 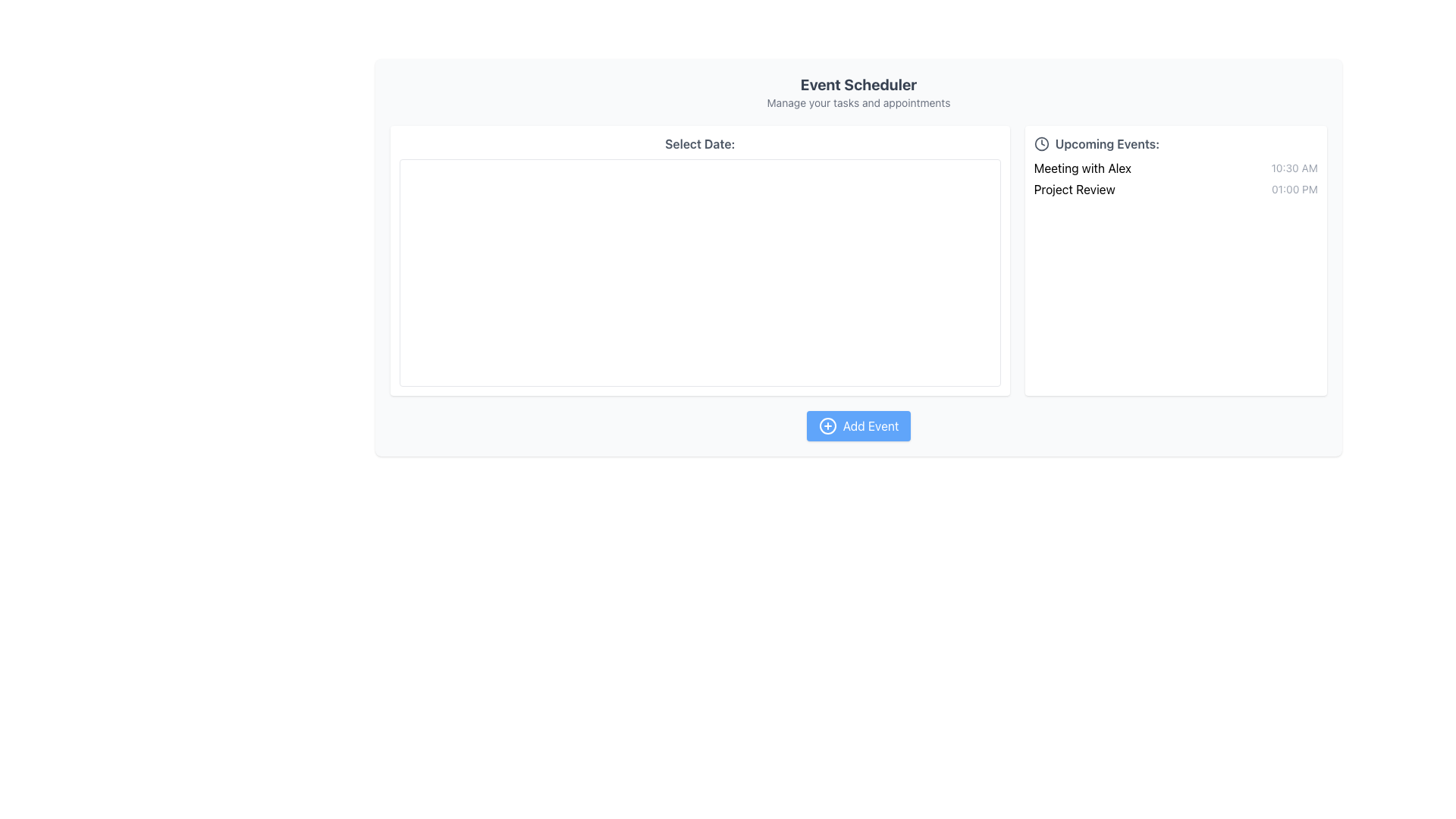 I want to click on the non-interactive Informational display section on the right side of the interface that shows upcoming events, so click(x=1175, y=259).